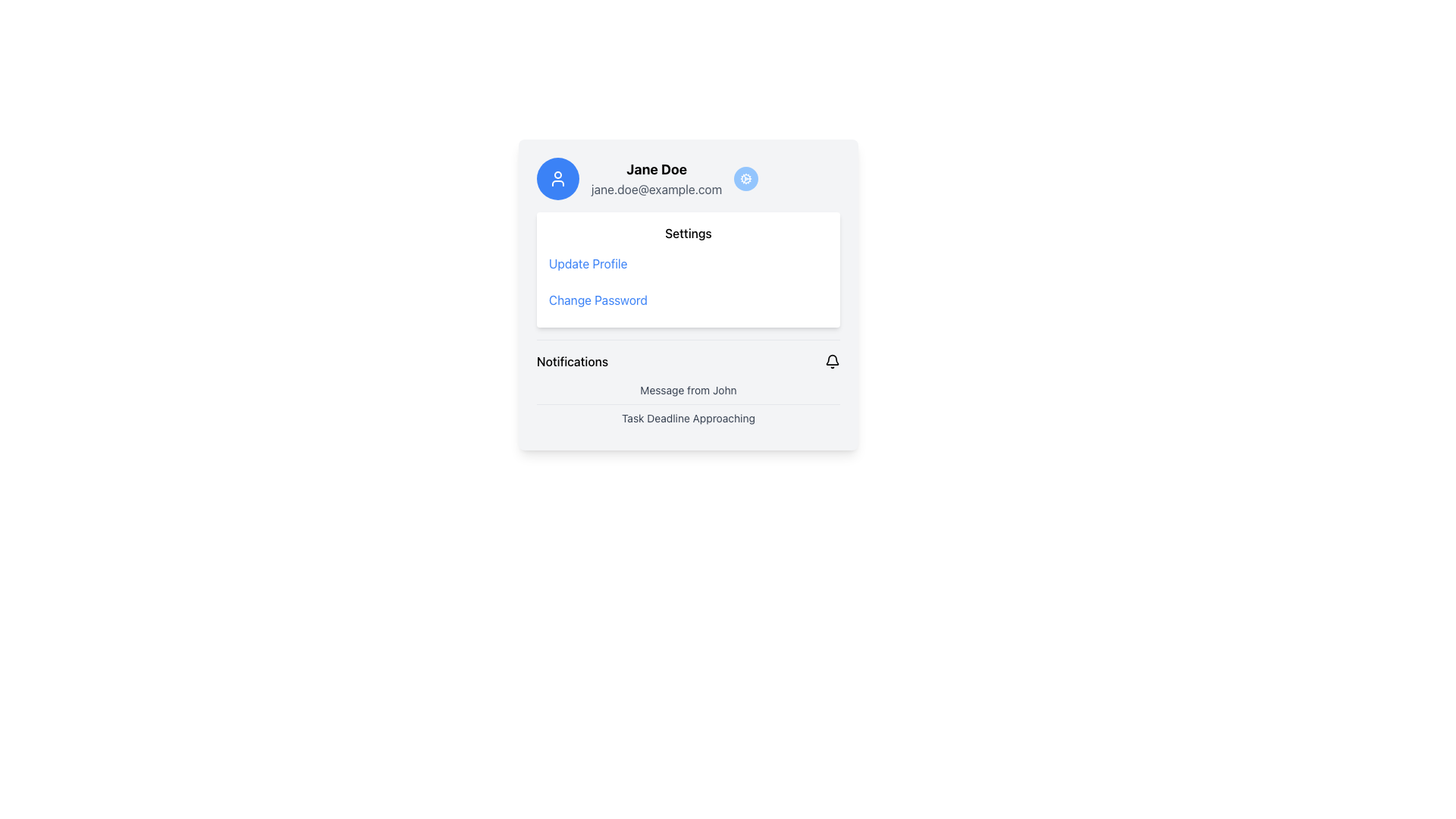 Image resolution: width=1456 pixels, height=819 pixels. Describe the element at coordinates (746, 177) in the screenshot. I see `the circular glyph within the SVG gear icon located in the upper-right section of the user card header` at that location.